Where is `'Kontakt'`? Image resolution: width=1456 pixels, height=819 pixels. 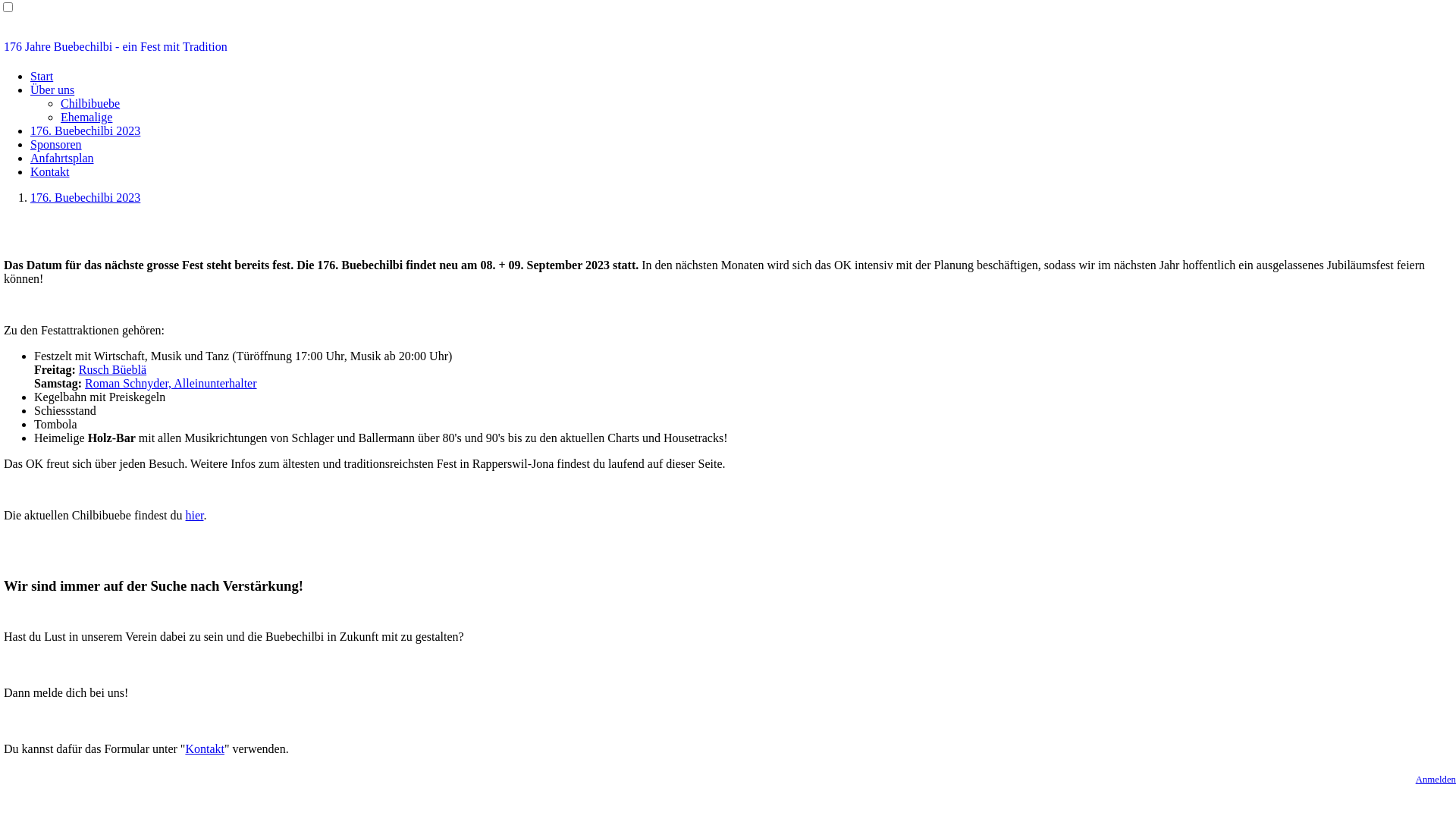 'Kontakt' is located at coordinates (203, 748).